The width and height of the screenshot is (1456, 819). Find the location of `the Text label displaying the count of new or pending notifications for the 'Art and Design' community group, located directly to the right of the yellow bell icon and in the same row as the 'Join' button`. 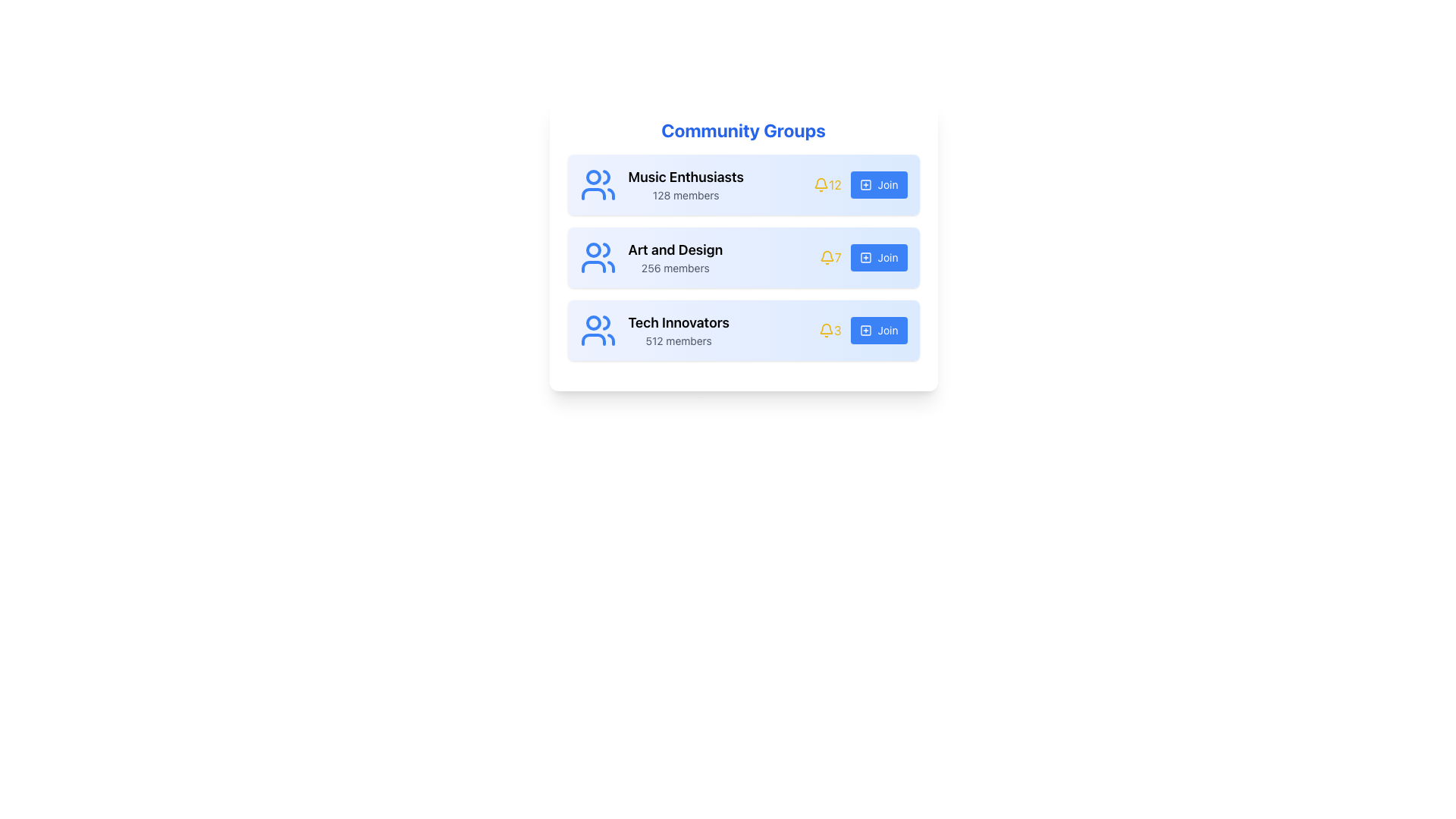

the Text label displaying the count of new or pending notifications for the 'Art and Design' community group, located directly to the right of the yellow bell icon and in the same row as the 'Join' button is located at coordinates (830, 256).